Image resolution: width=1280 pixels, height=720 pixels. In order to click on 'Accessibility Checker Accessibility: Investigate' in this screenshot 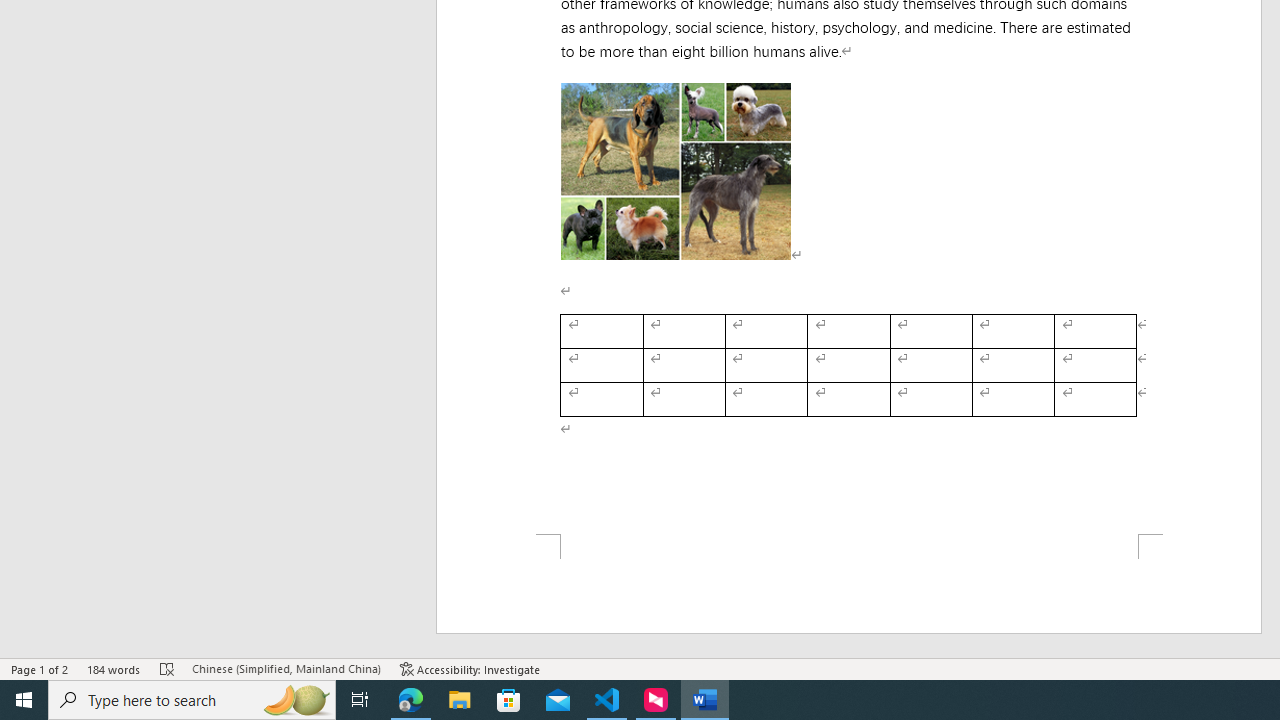, I will do `click(469, 669)`.